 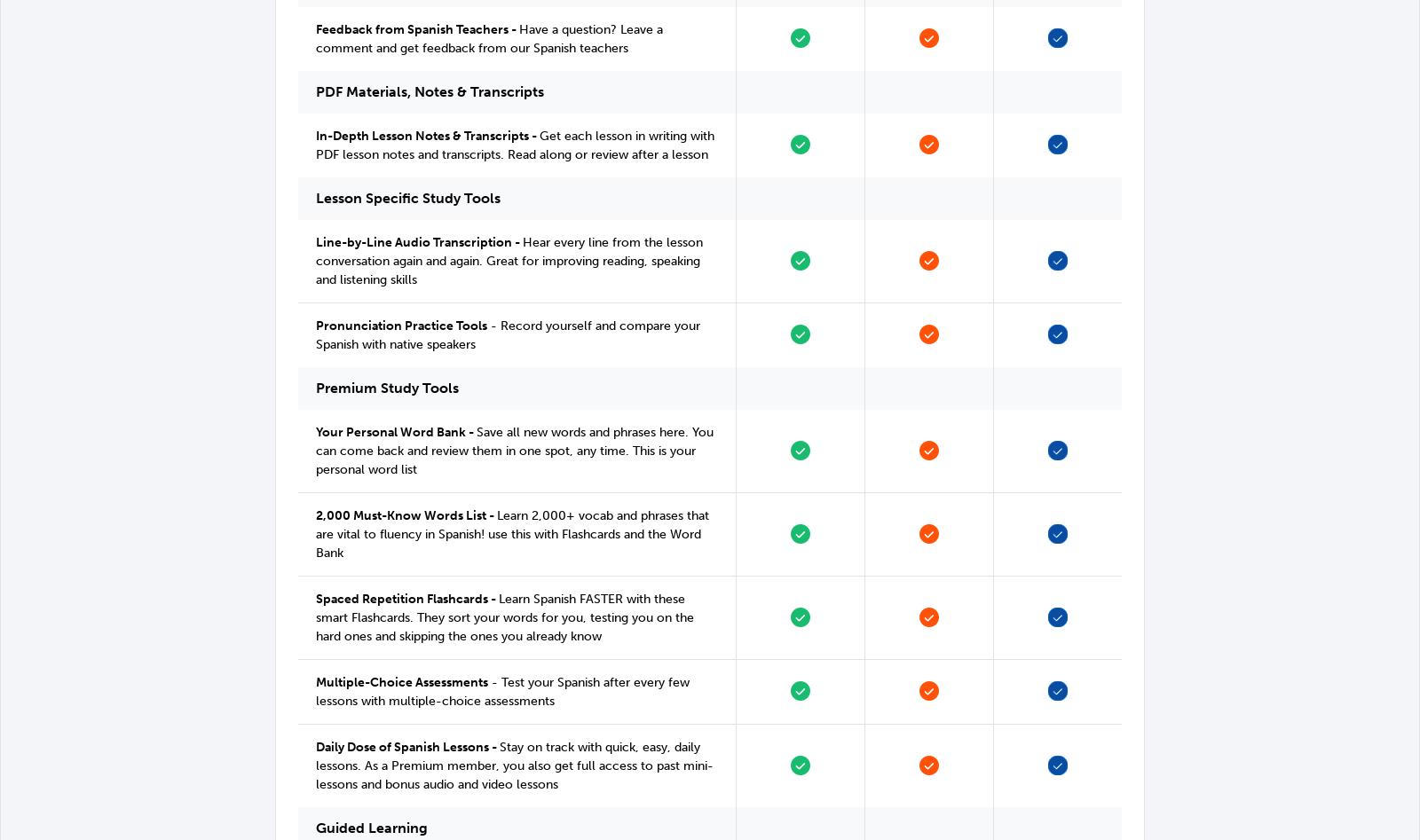 I want to click on 'Daily Dose of Spanish Lessons -', so click(x=406, y=747).